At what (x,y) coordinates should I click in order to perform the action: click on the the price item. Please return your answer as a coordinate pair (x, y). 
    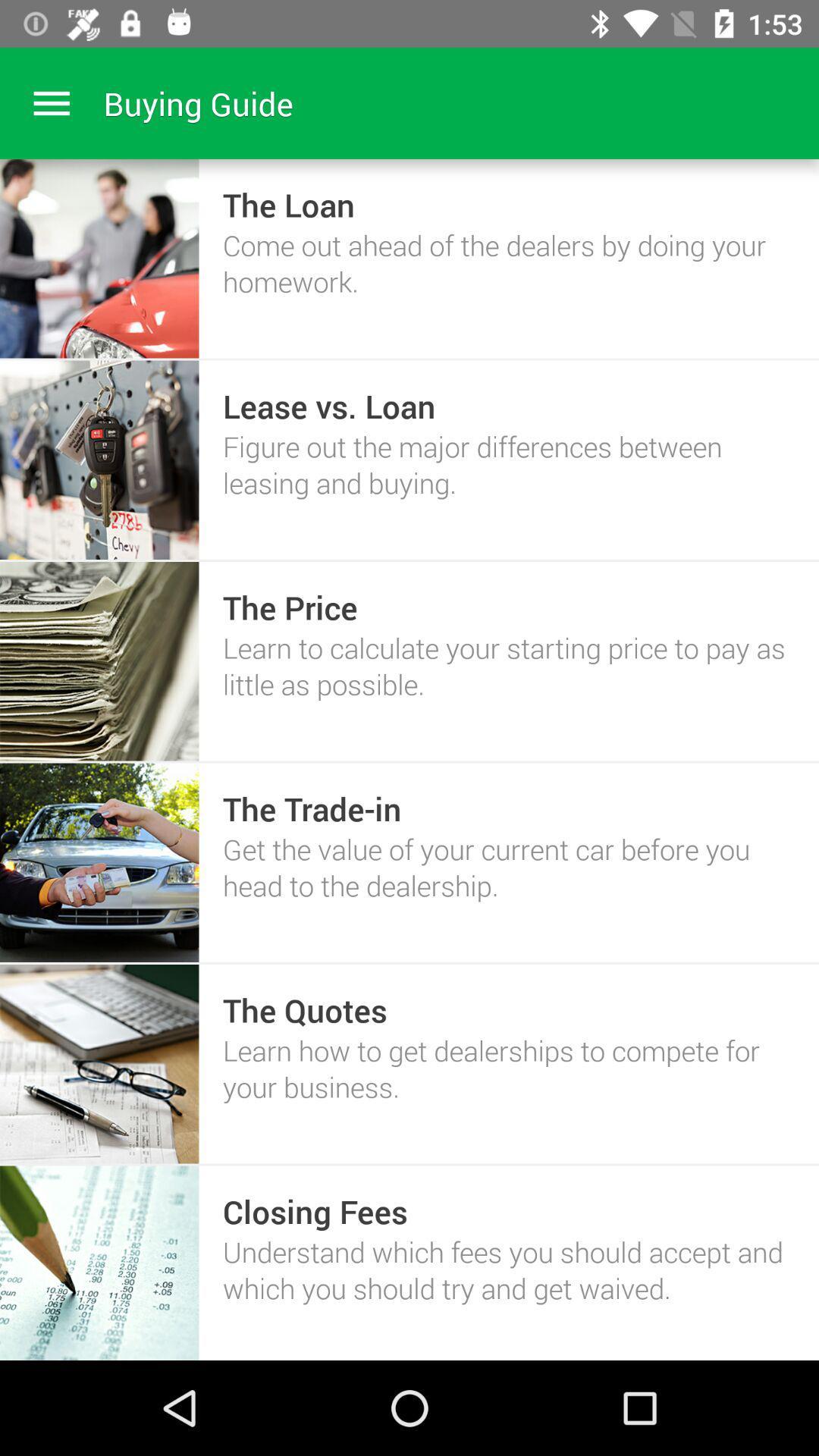
    Looking at the image, I should click on (290, 607).